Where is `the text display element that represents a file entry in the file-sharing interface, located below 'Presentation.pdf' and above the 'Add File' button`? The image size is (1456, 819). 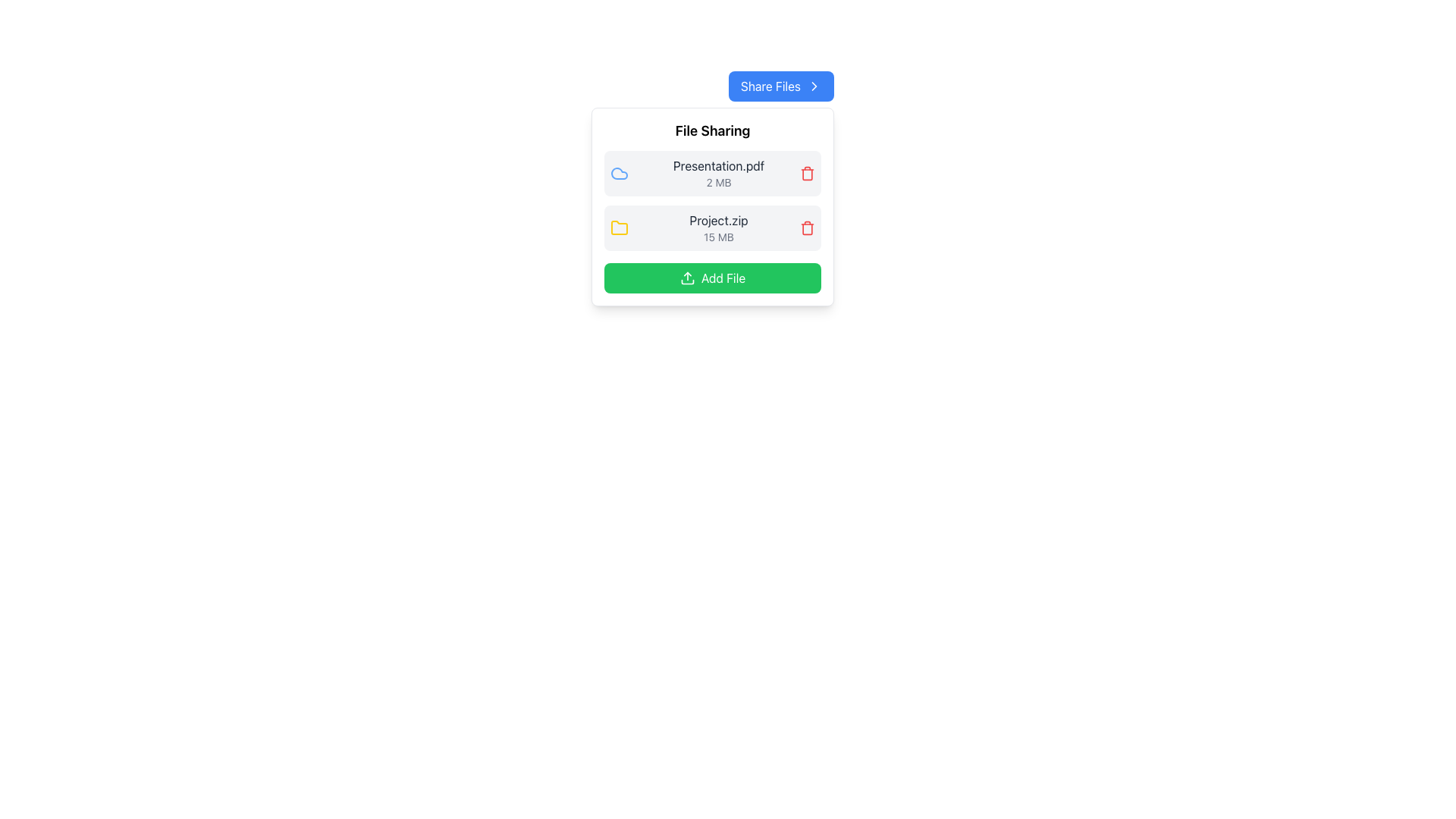
the text display element that represents a file entry in the file-sharing interface, located below 'Presentation.pdf' and above the 'Add File' button is located at coordinates (718, 227).